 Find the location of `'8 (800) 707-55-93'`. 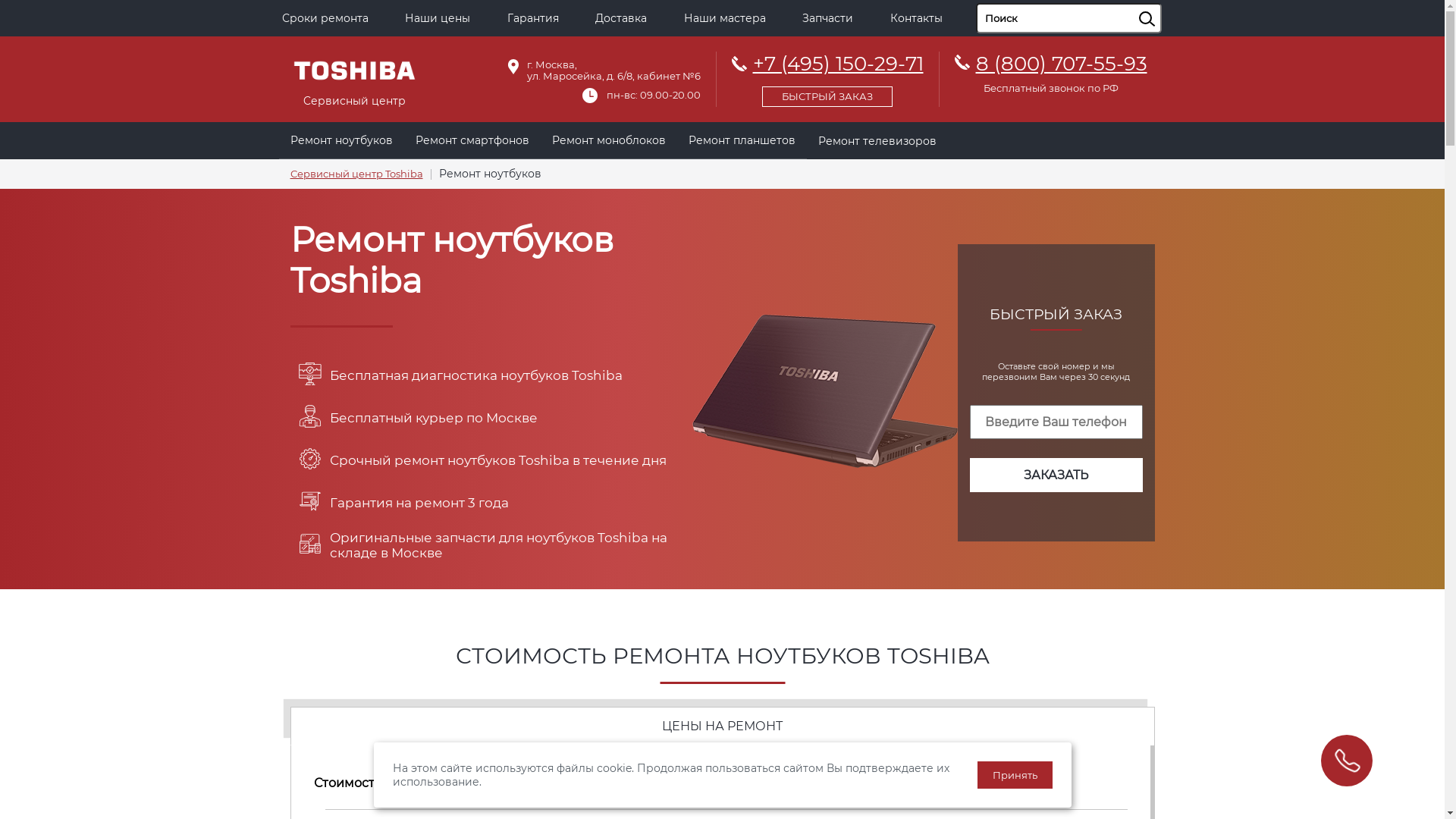

'8 (800) 707-55-93' is located at coordinates (975, 62).